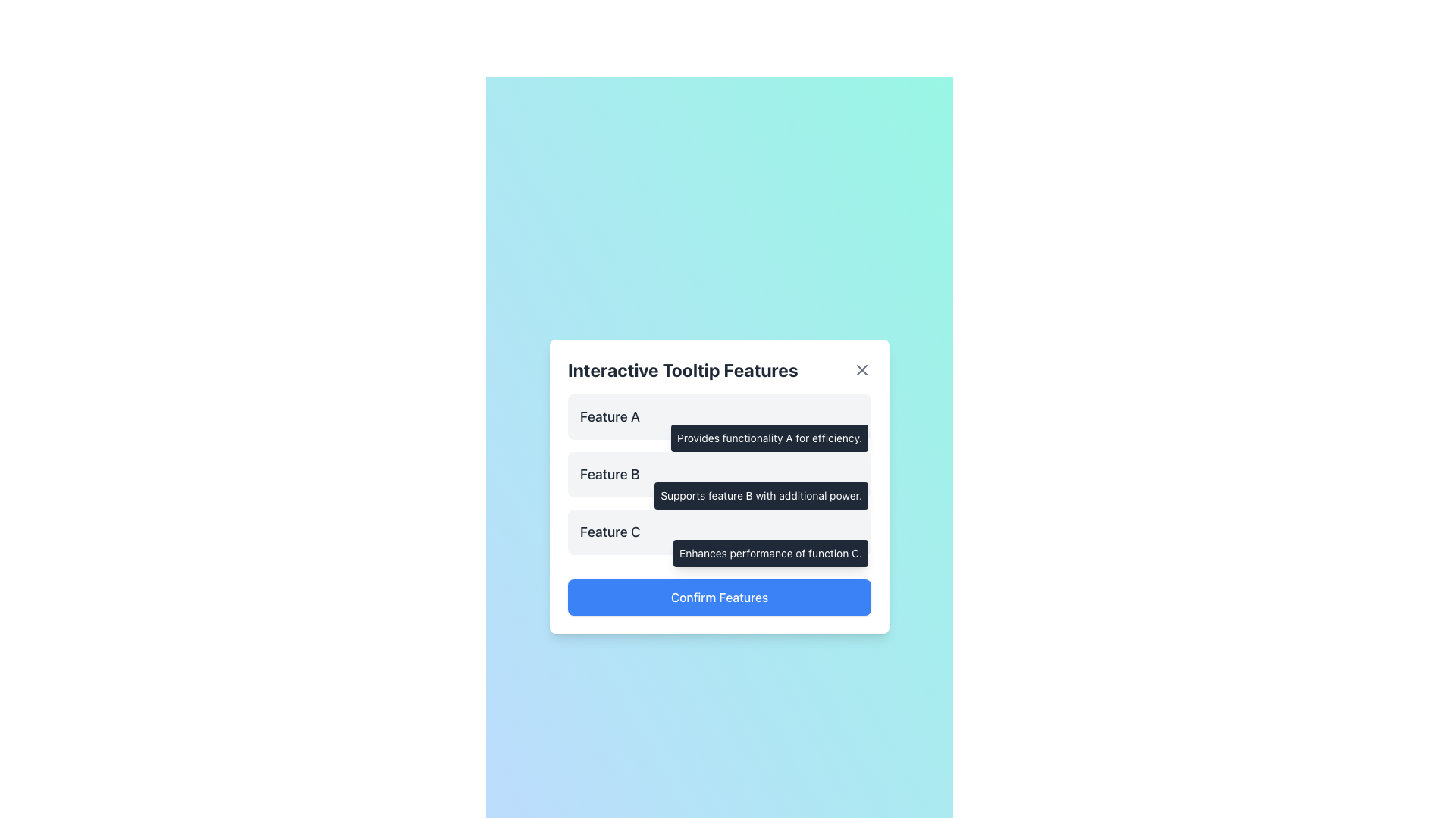  Describe the element at coordinates (610, 417) in the screenshot. I see `the label reading 'Feature A' which is styled with a larger, bold font and located at the top of a list in a modal window` at that location.